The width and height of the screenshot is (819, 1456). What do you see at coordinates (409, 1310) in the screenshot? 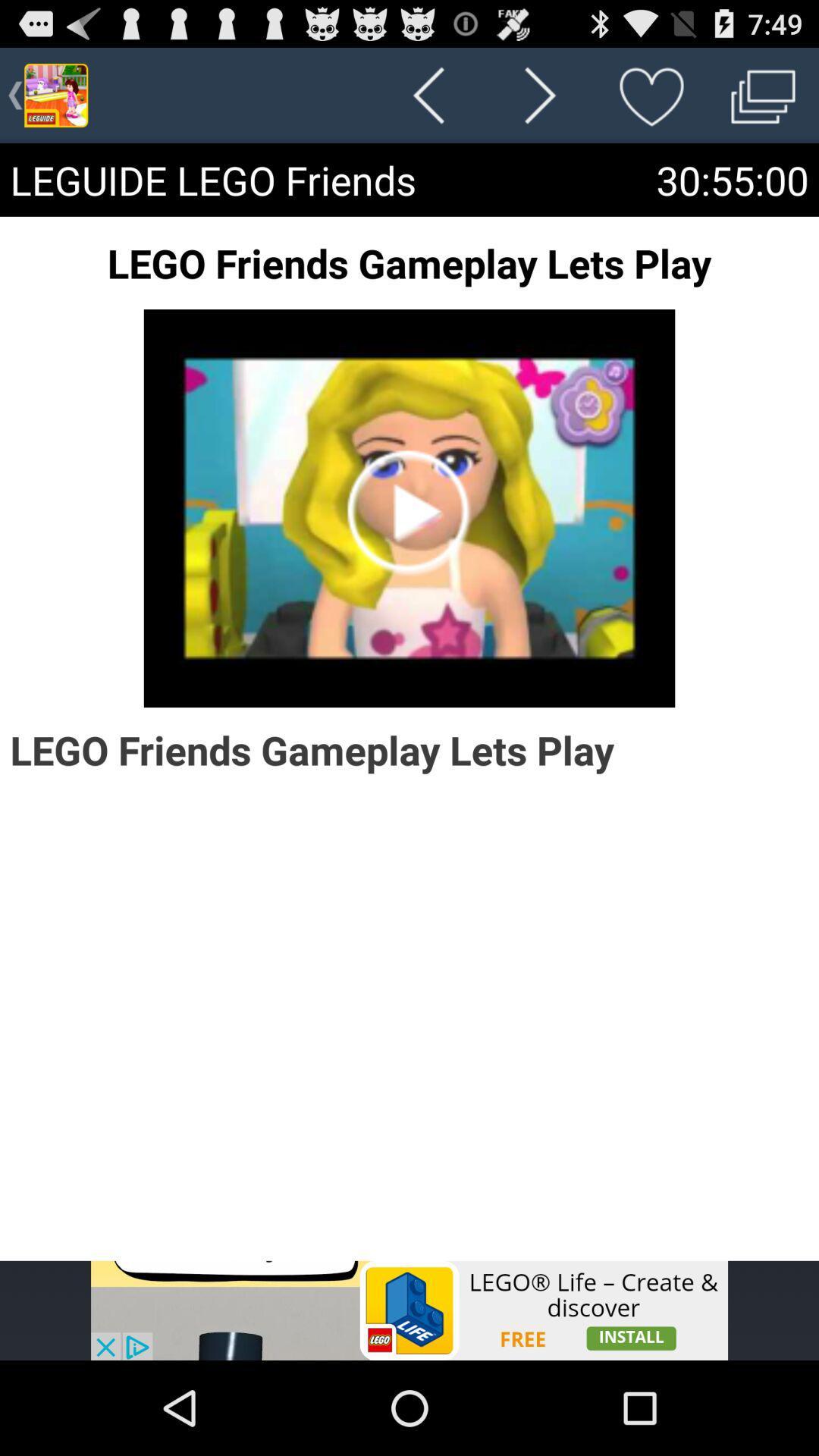
I see `web add` at bounding box center [409, 1310].